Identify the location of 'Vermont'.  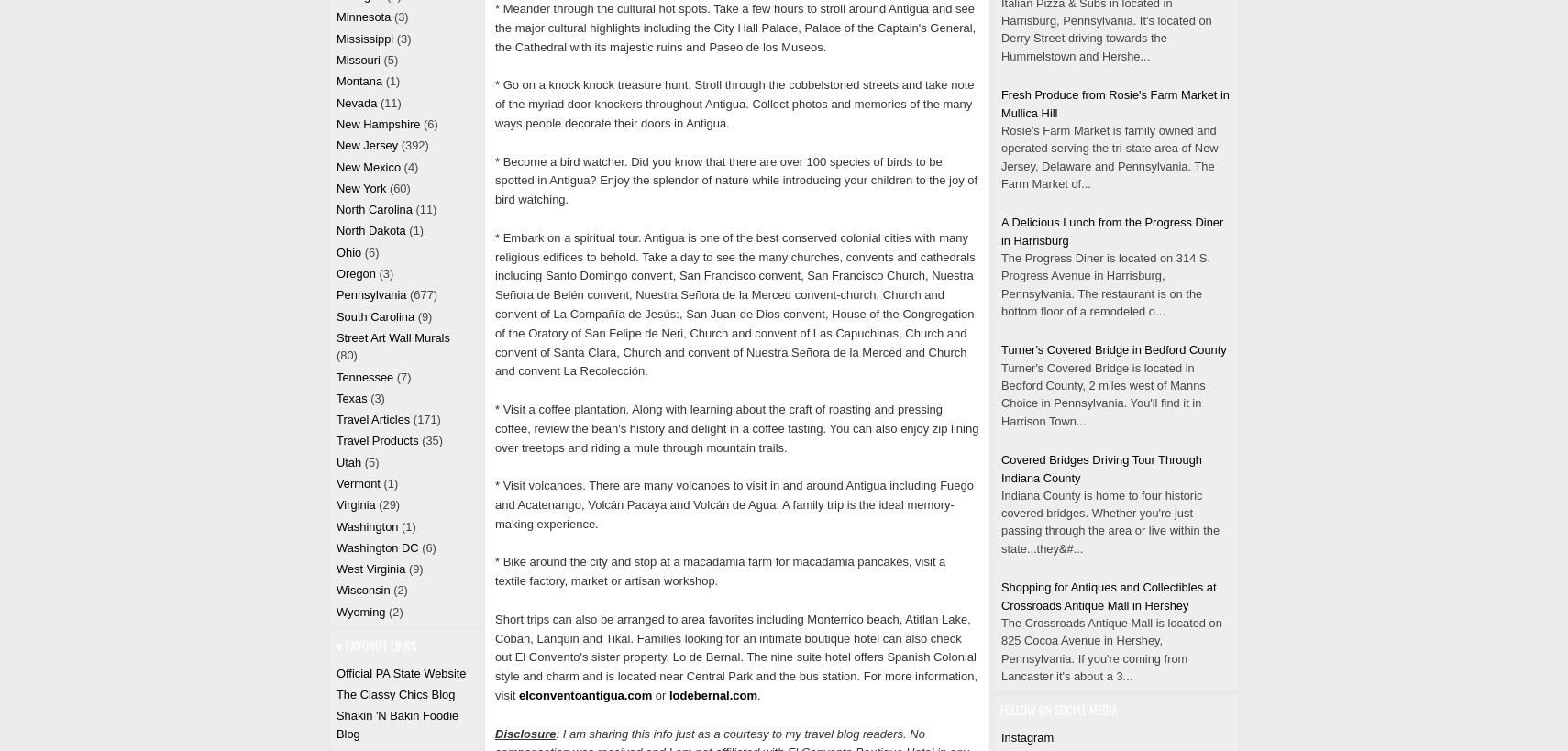
(357, 481).